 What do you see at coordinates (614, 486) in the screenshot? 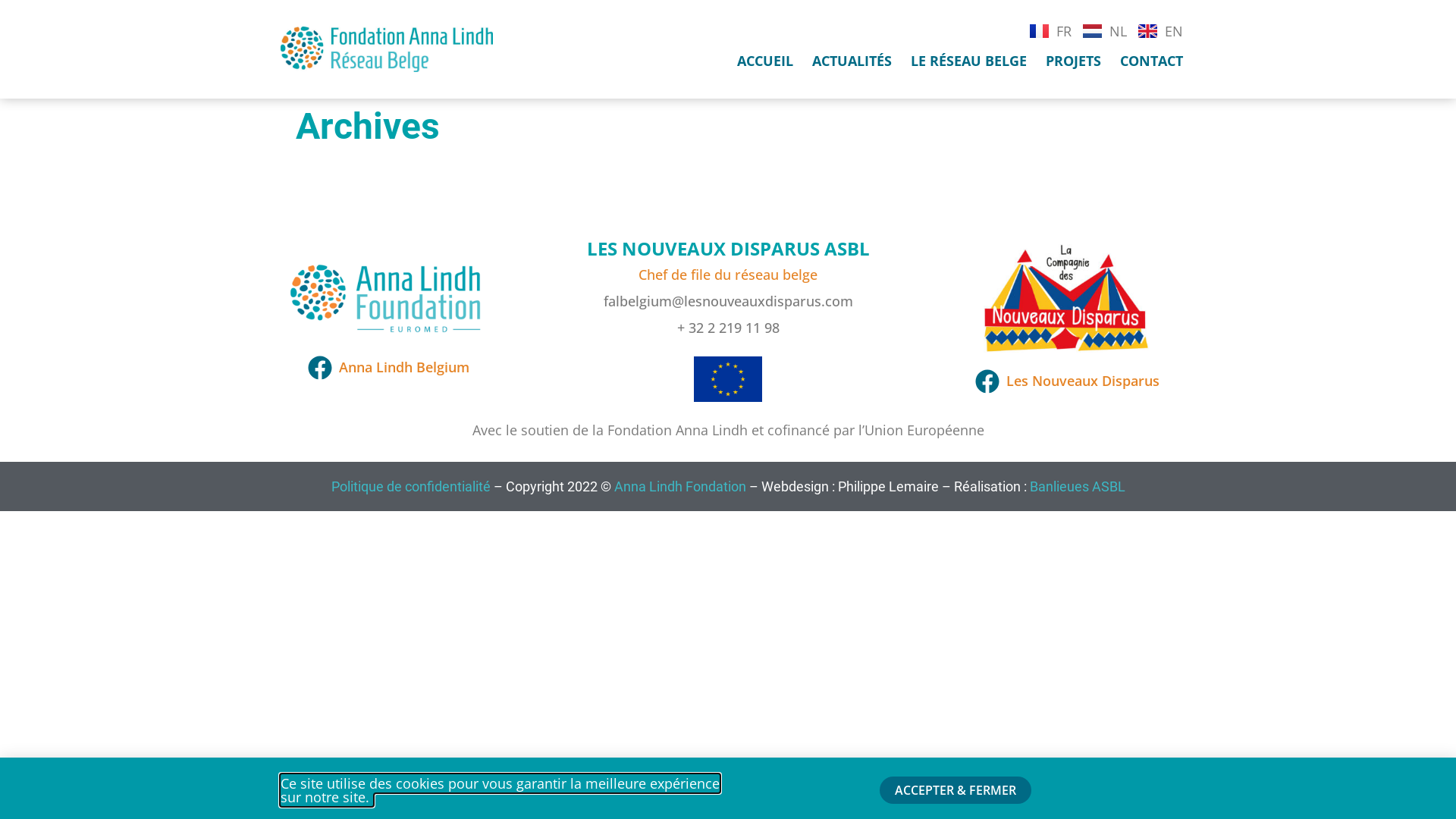
I see `'Anna Lindh Fondation'` at bounding box center [614, 486].